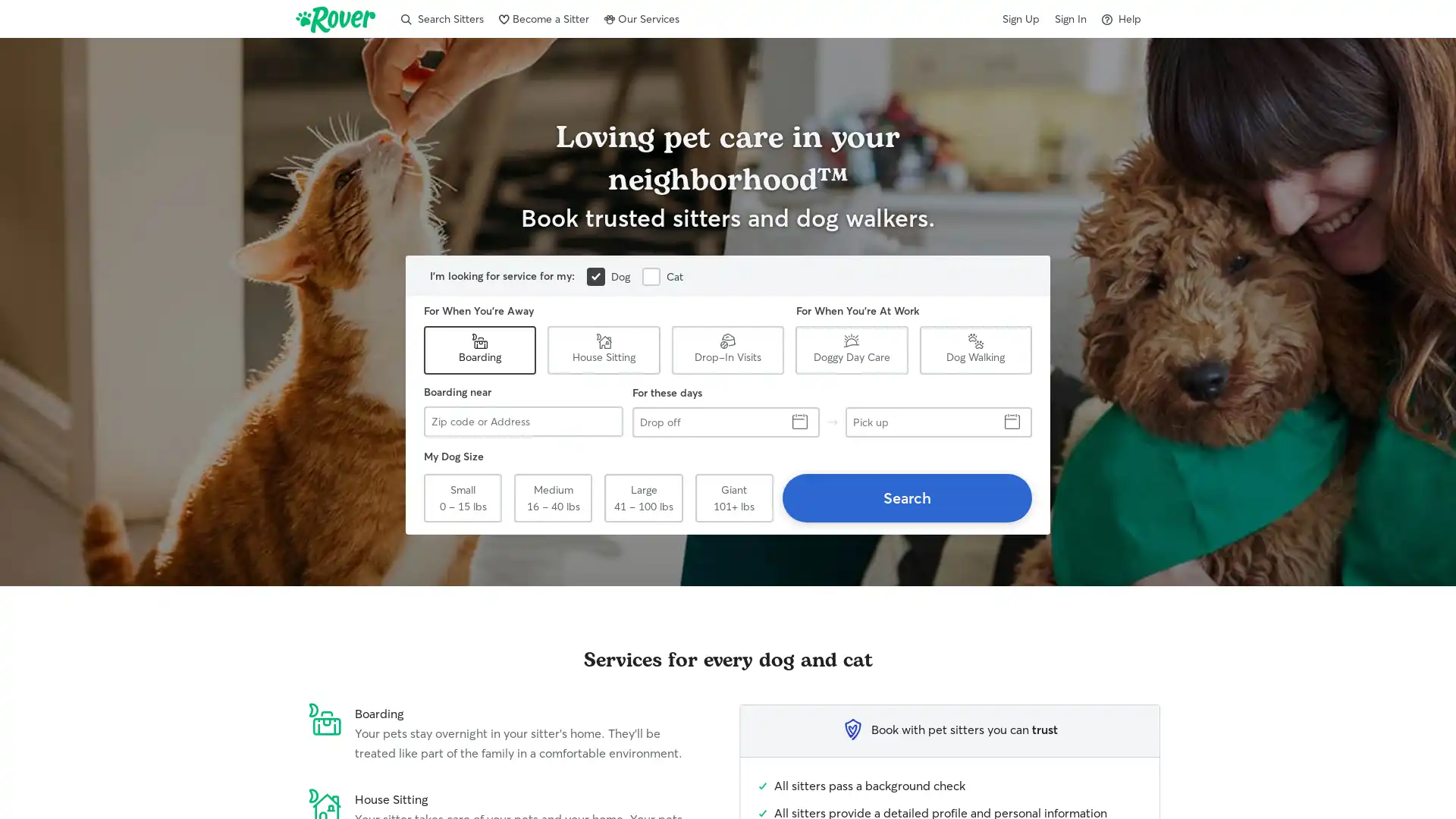 The image size is (1456, 819). What do you see at coordinates (906, 497) in the screenshot?
I see `Search` at bounding box center [906, 497].